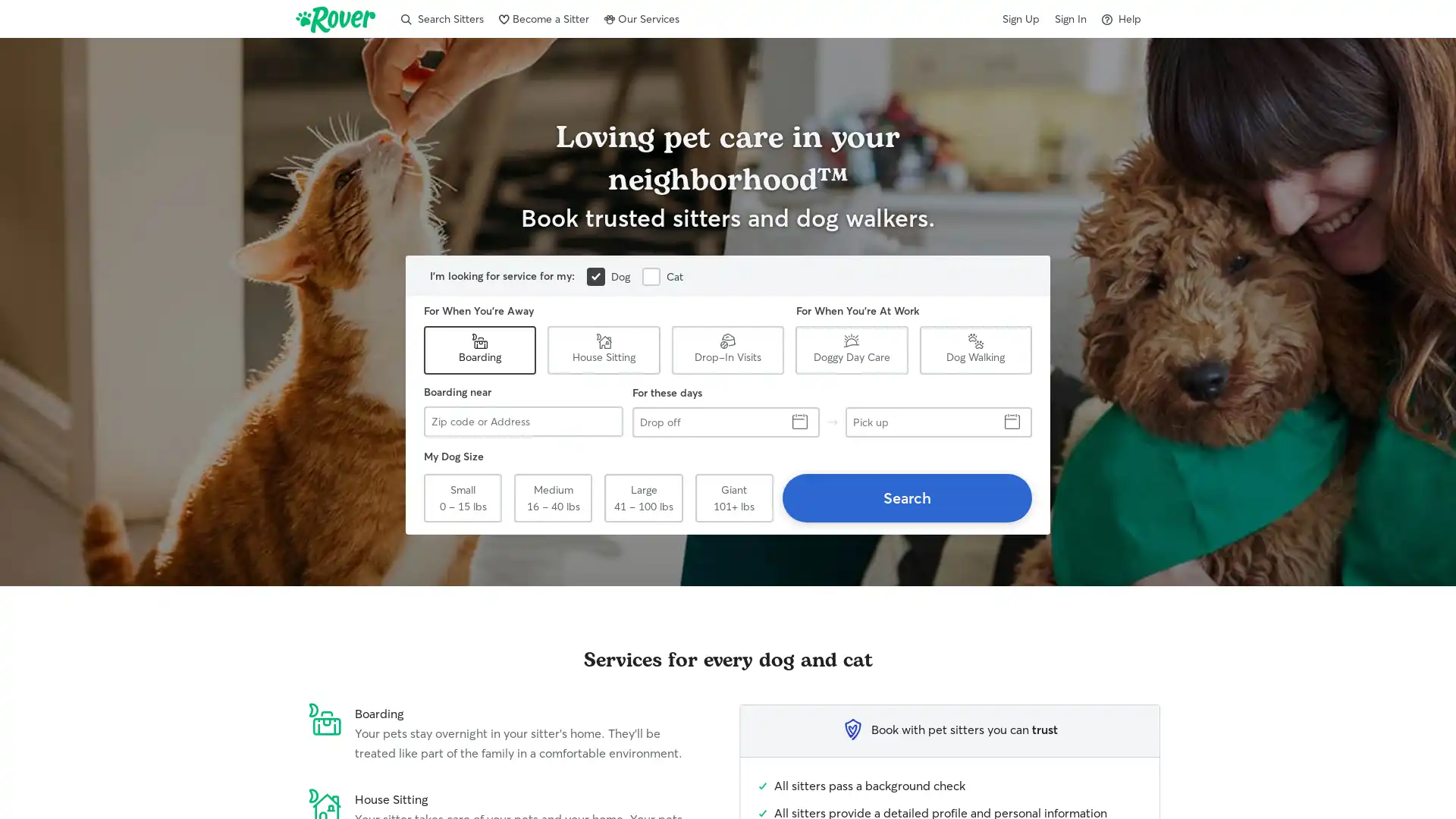 The image size is (1456, 819). What do you see at coordinates (906, 497) in the screenshot?
I see `Search` at bounding box center [906, 497].